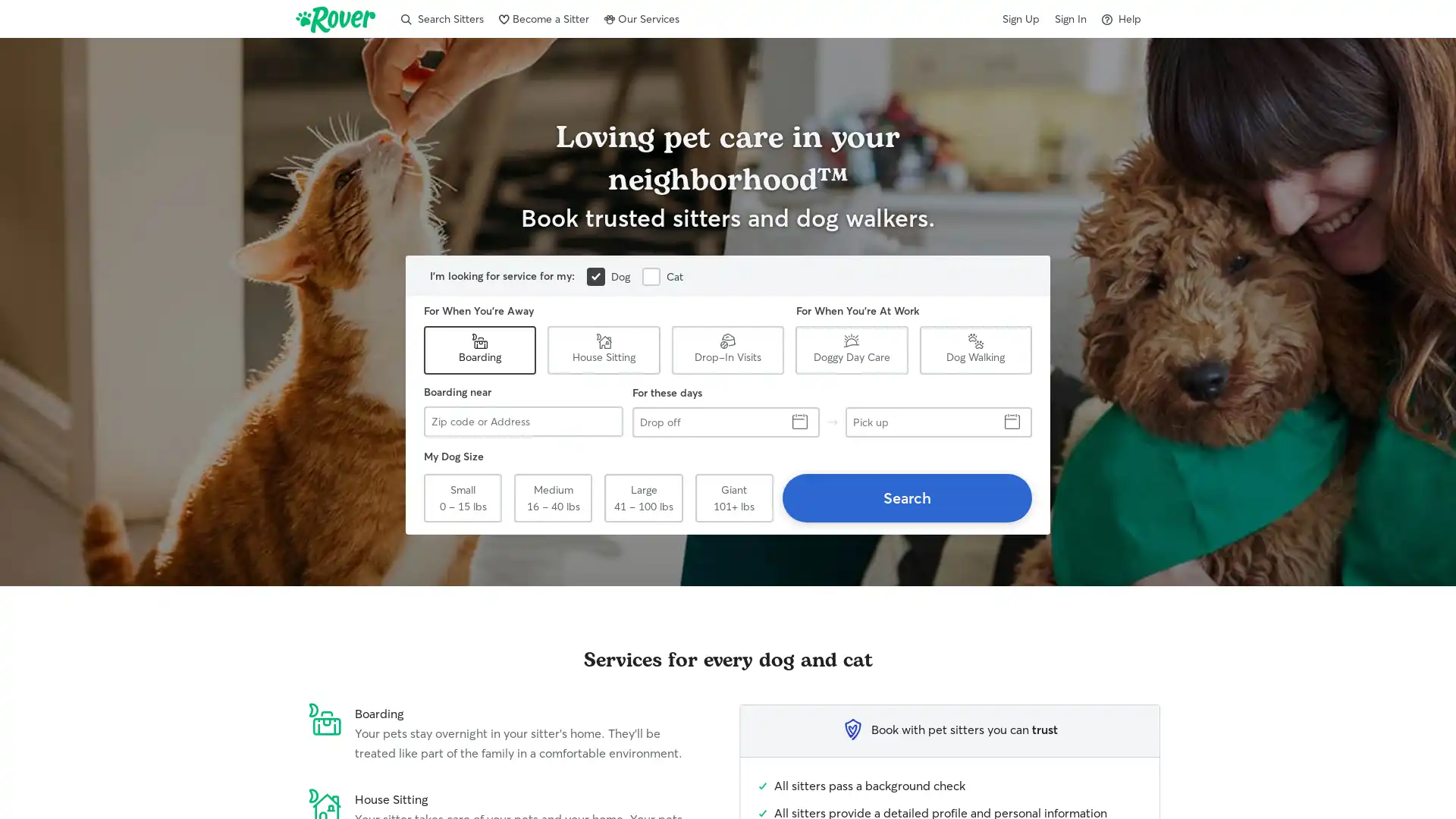 The image size is (1456, 819). What do you see at coordinates (906, 497) in the screenshot?
I see `Search` at bounding box center [906, 497].